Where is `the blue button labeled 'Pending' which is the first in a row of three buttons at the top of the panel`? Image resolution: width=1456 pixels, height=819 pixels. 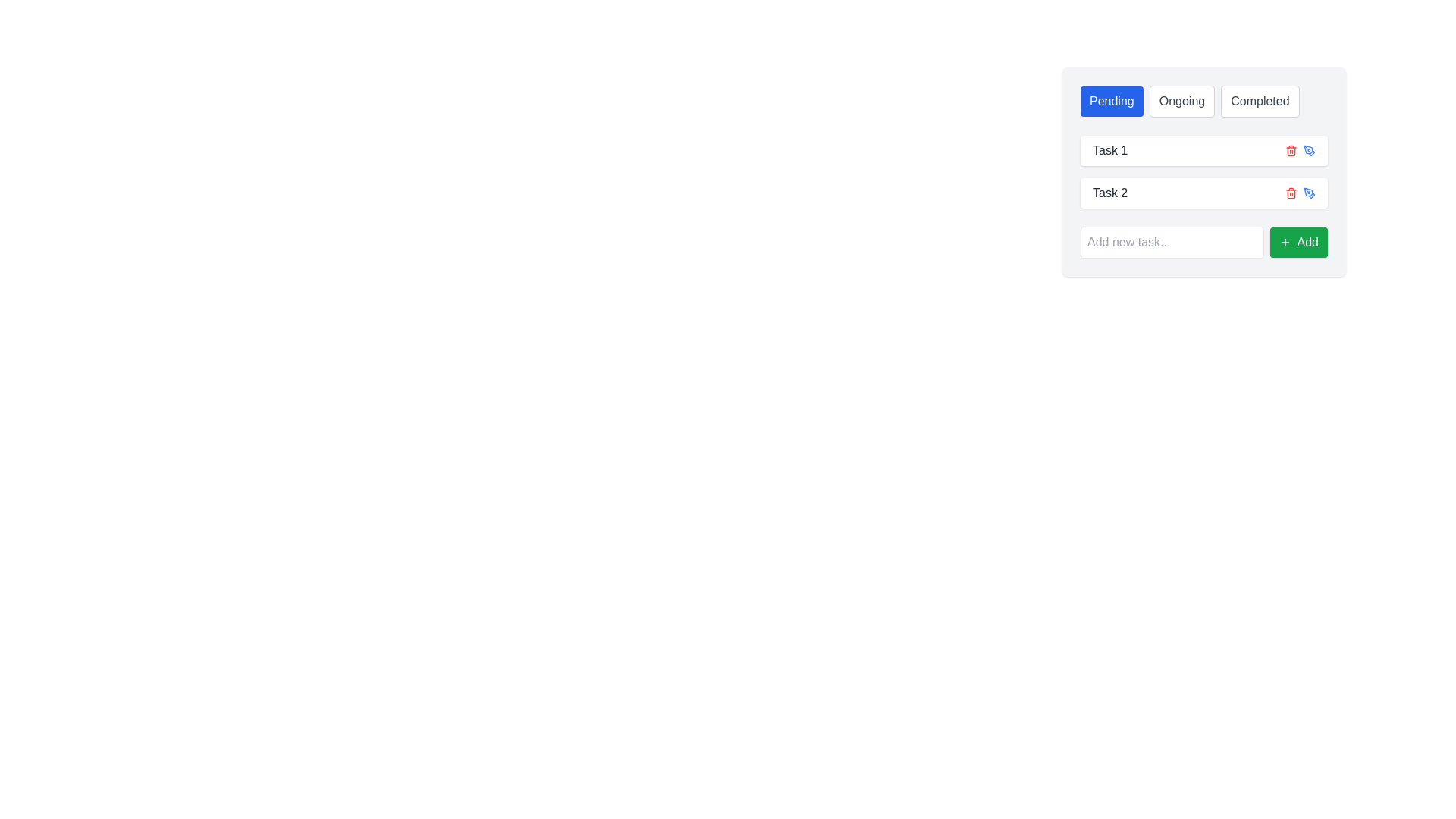
the blue button labeled 'Pending' which is the first in a row of three buttons at the top of the panel is located at coordinates (1112, 102).